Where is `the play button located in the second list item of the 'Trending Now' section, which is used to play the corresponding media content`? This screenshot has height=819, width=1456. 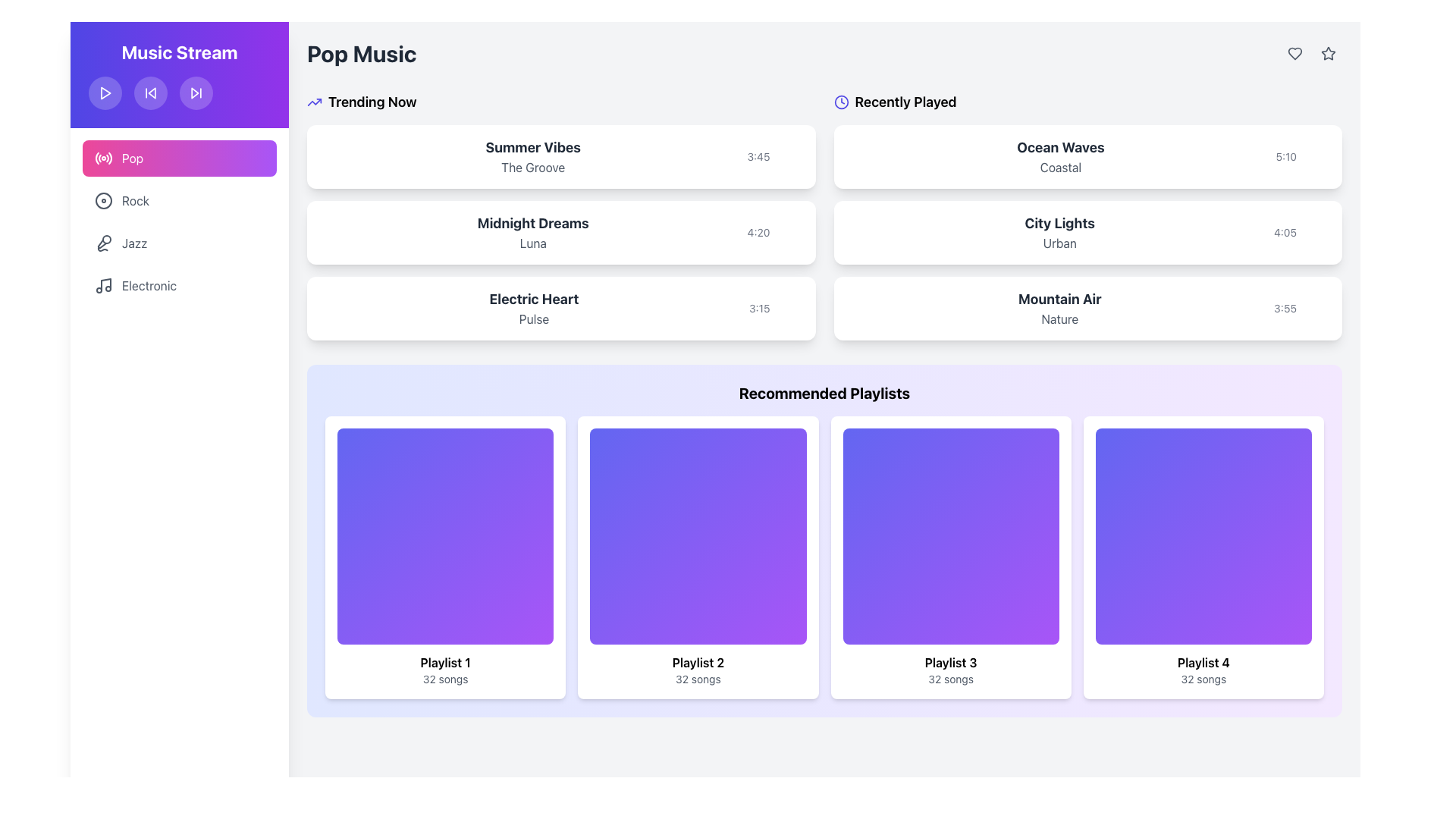
the play button located in the second list item of the 'Trending Now' section, which is used to play the corresponding media content is located at coordinates (790, 233).